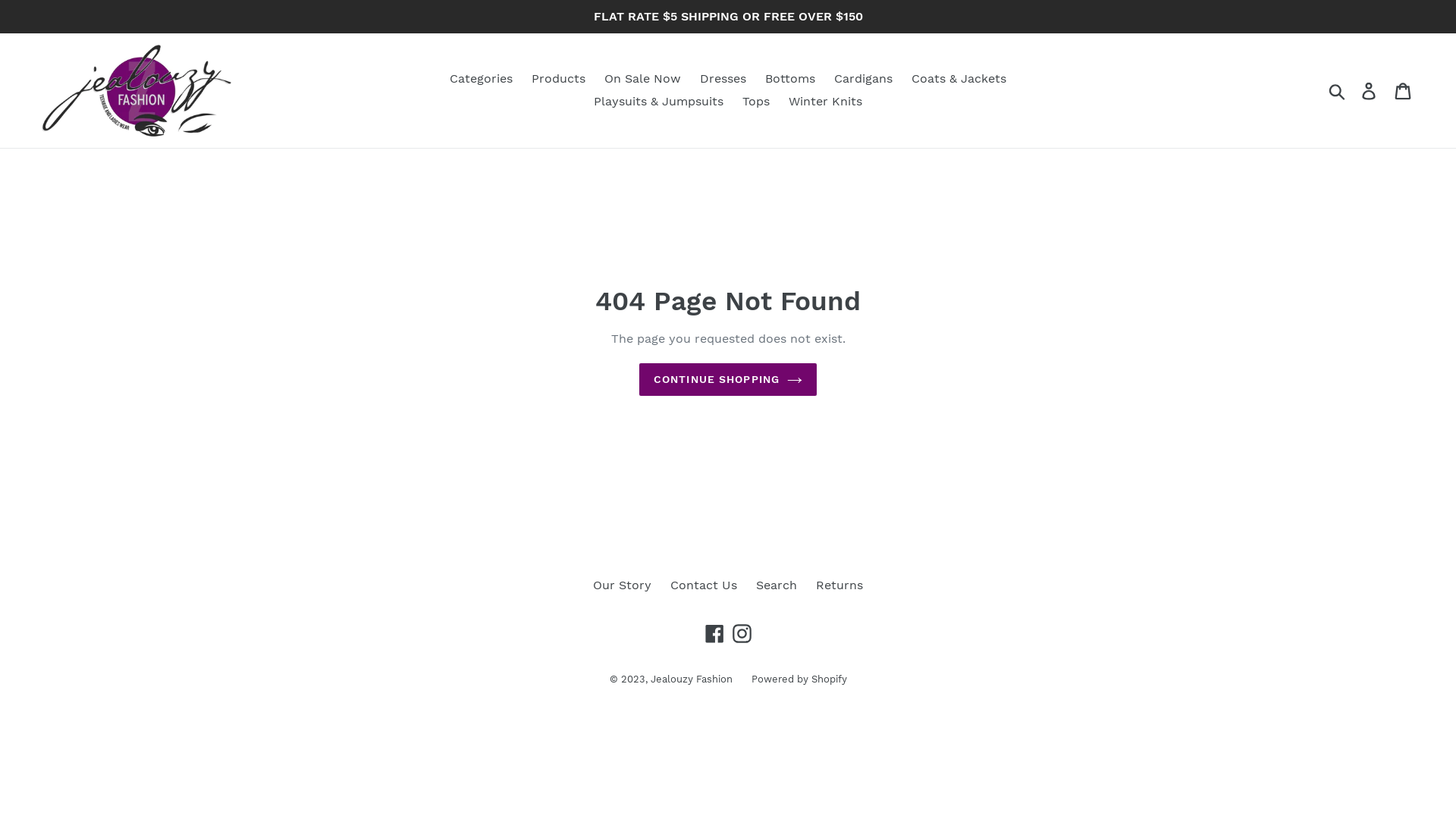  Describe the element at coordinates (824, 102) in the screenshot. I see `'Winter Knits'` at that location.